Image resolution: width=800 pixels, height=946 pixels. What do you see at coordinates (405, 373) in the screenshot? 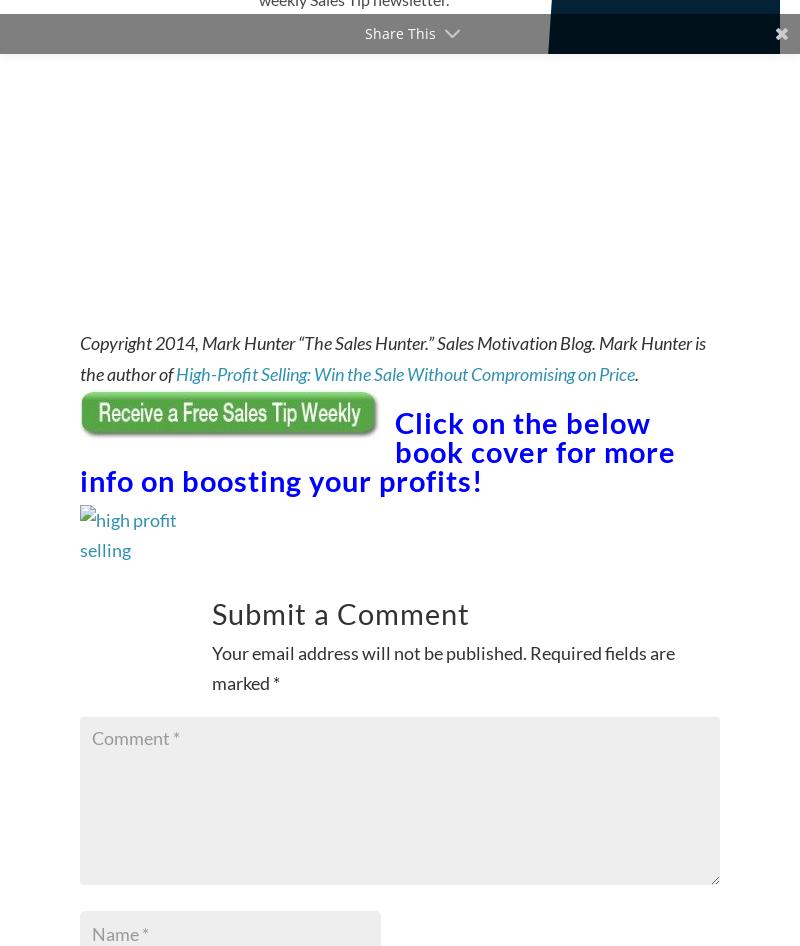
I see `'High-Profit Selling: Win the Sale Without Compromising on Price'` at bounding box center [405, 373].